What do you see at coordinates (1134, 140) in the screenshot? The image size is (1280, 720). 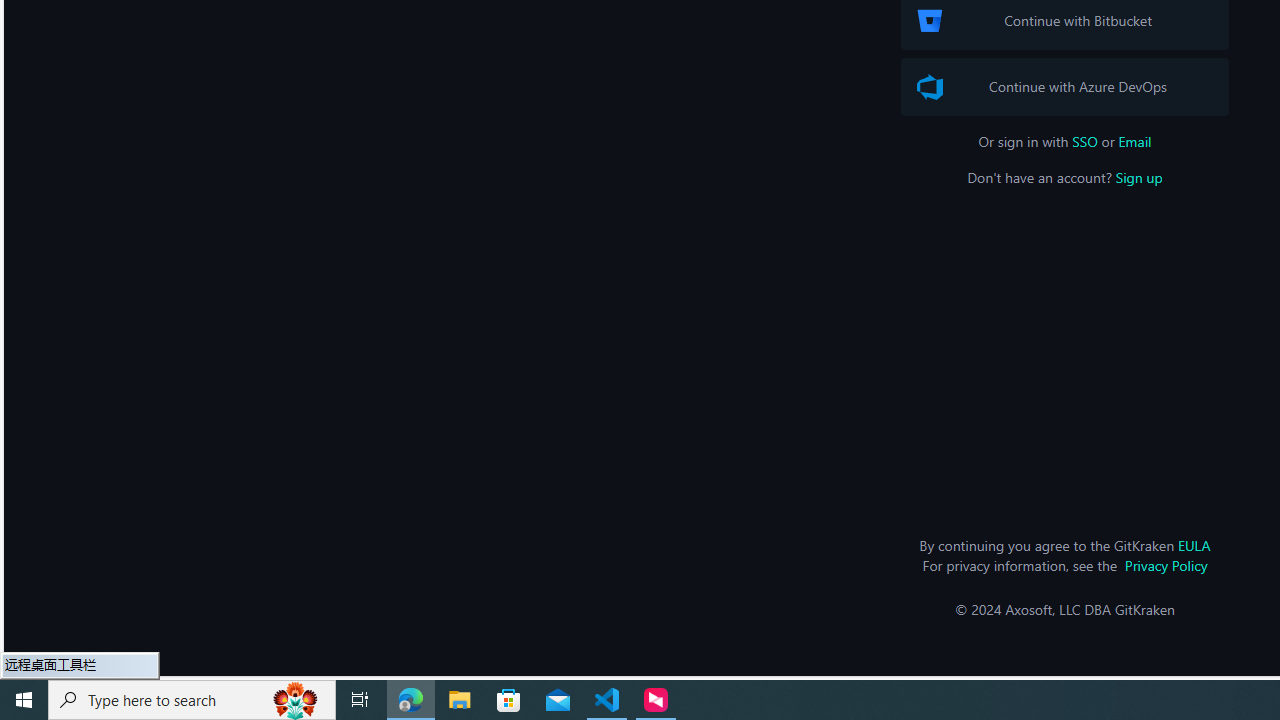 I see `'Email'` at bounding box center [1134, 140].